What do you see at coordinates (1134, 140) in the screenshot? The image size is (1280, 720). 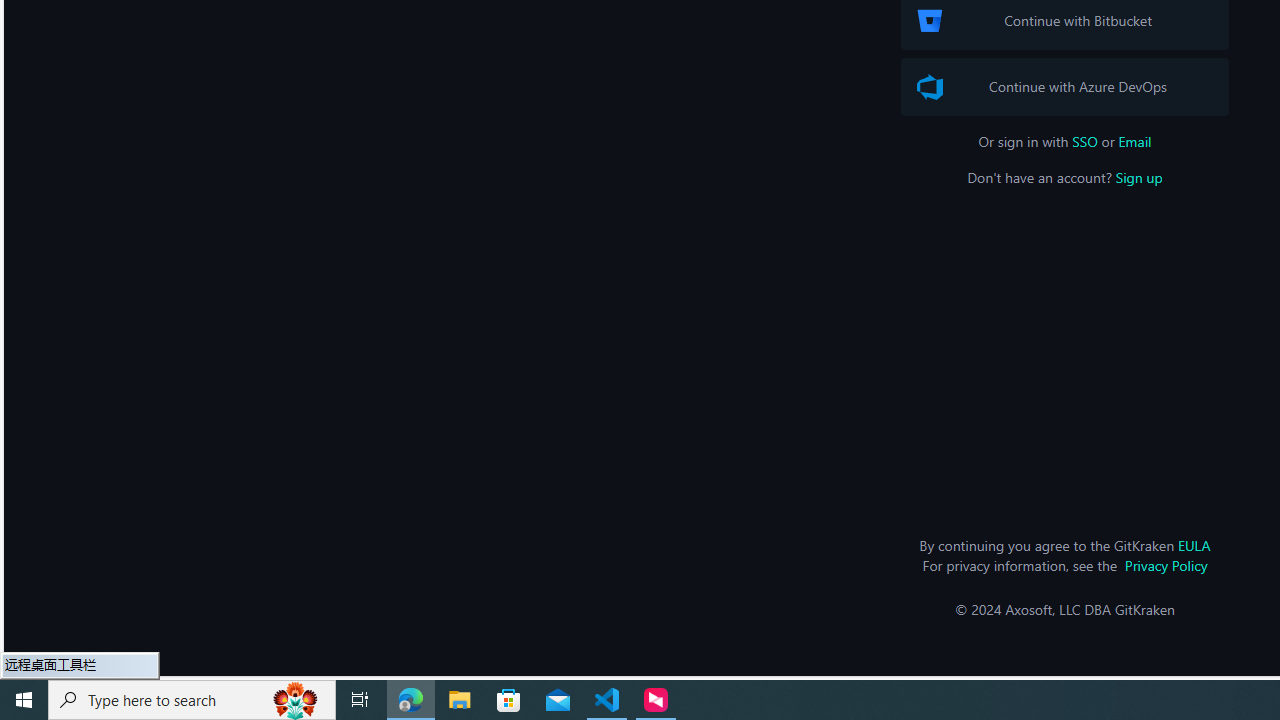 I see `'Email'` at bounding box center [1134, 140].